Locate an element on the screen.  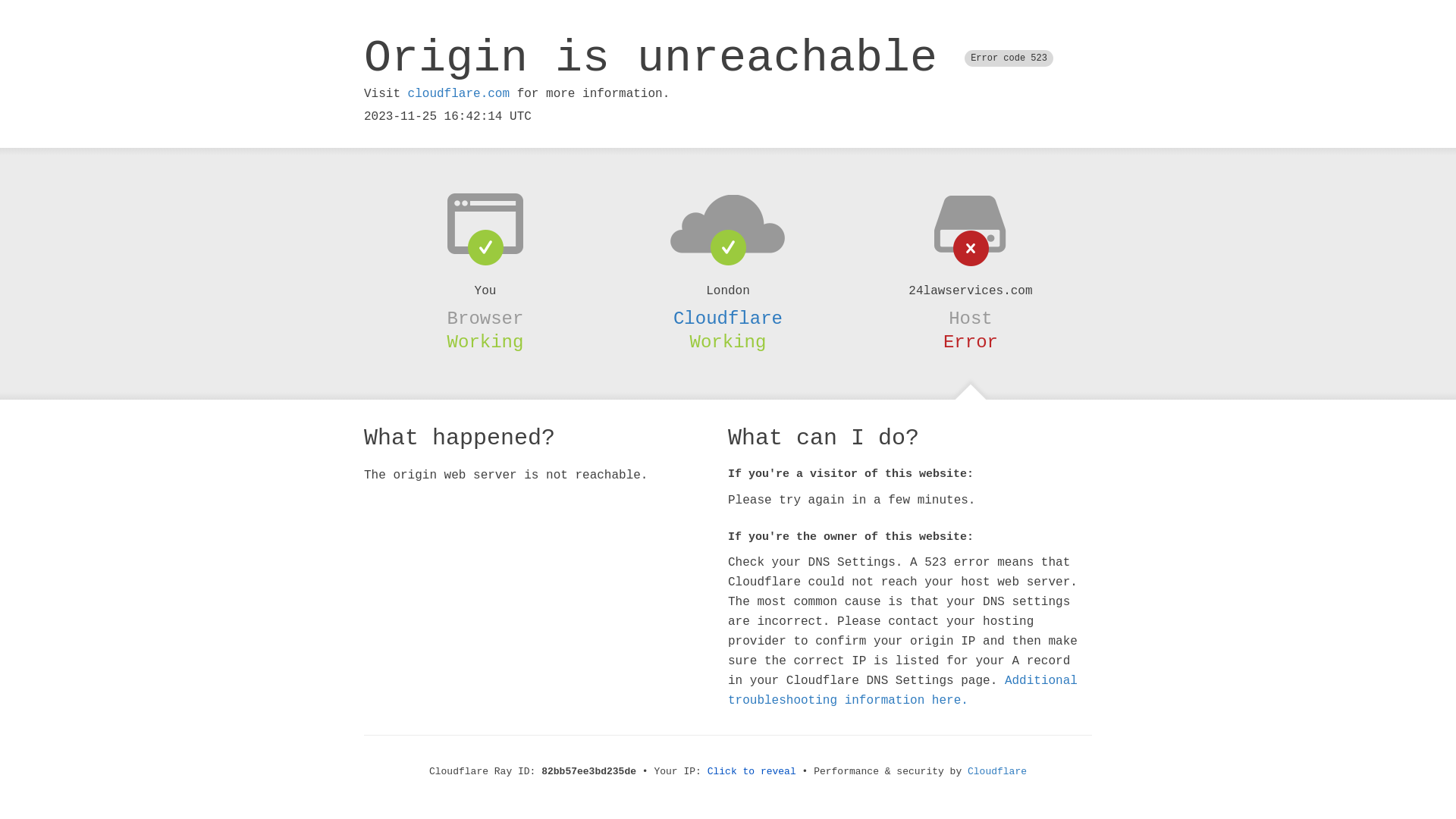
'Click to reveal' is located at coordinates (752, 771).